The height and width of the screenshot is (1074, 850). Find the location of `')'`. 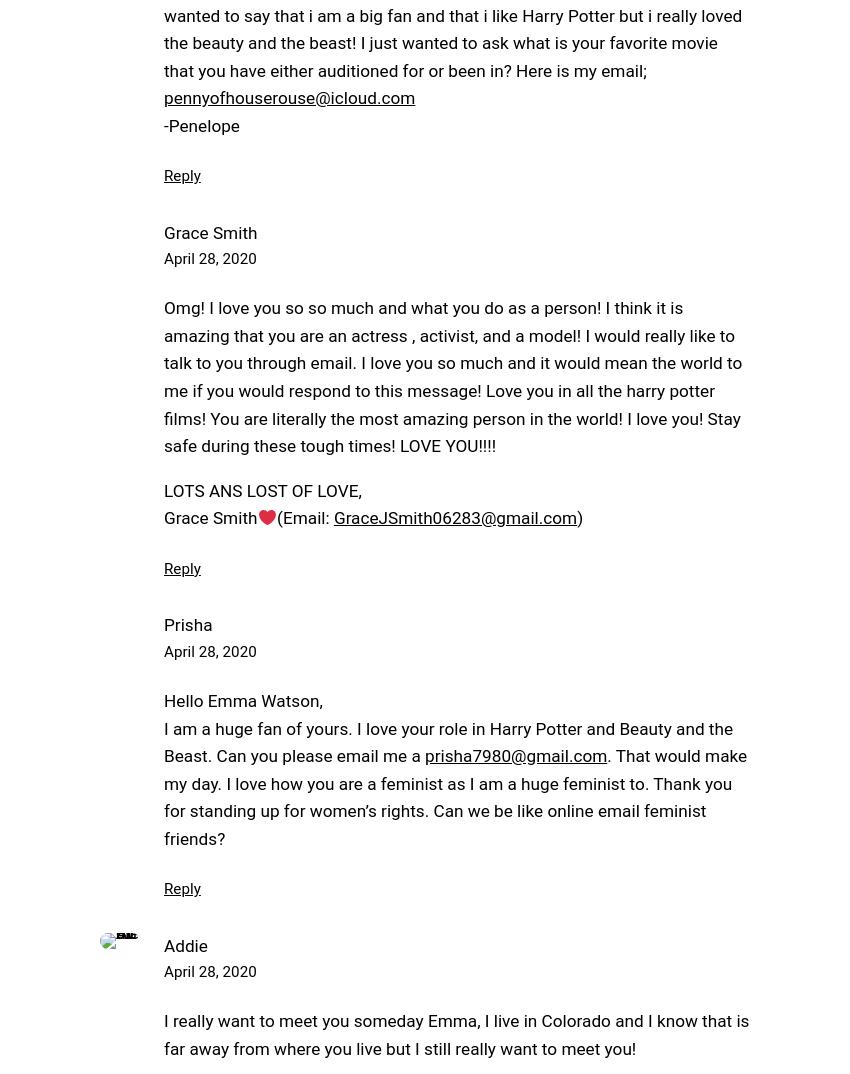

')' is located at coordinates (580, 517).